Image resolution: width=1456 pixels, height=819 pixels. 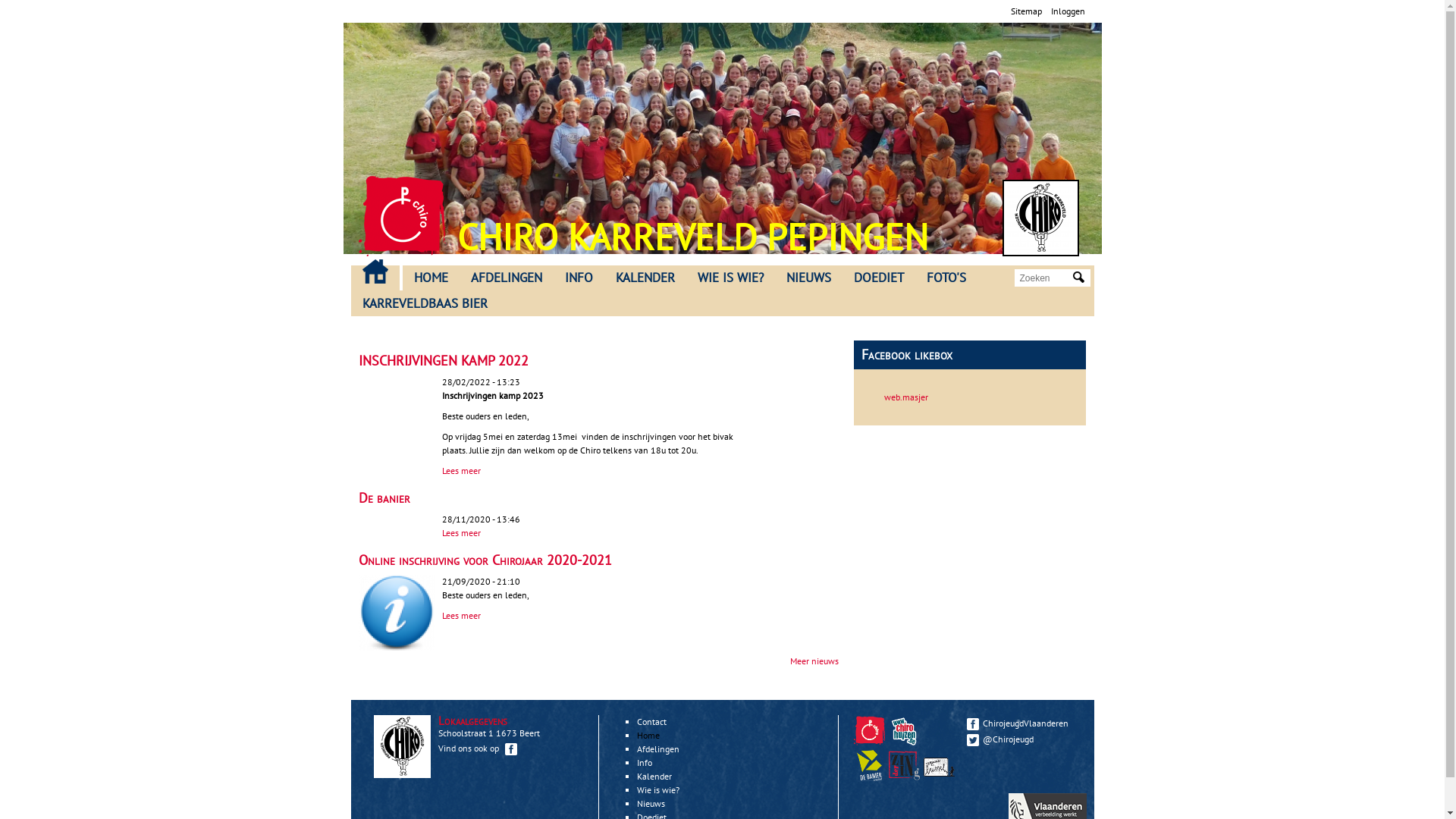 I want to click on 'Lees meer', so click(x=460, y=469).